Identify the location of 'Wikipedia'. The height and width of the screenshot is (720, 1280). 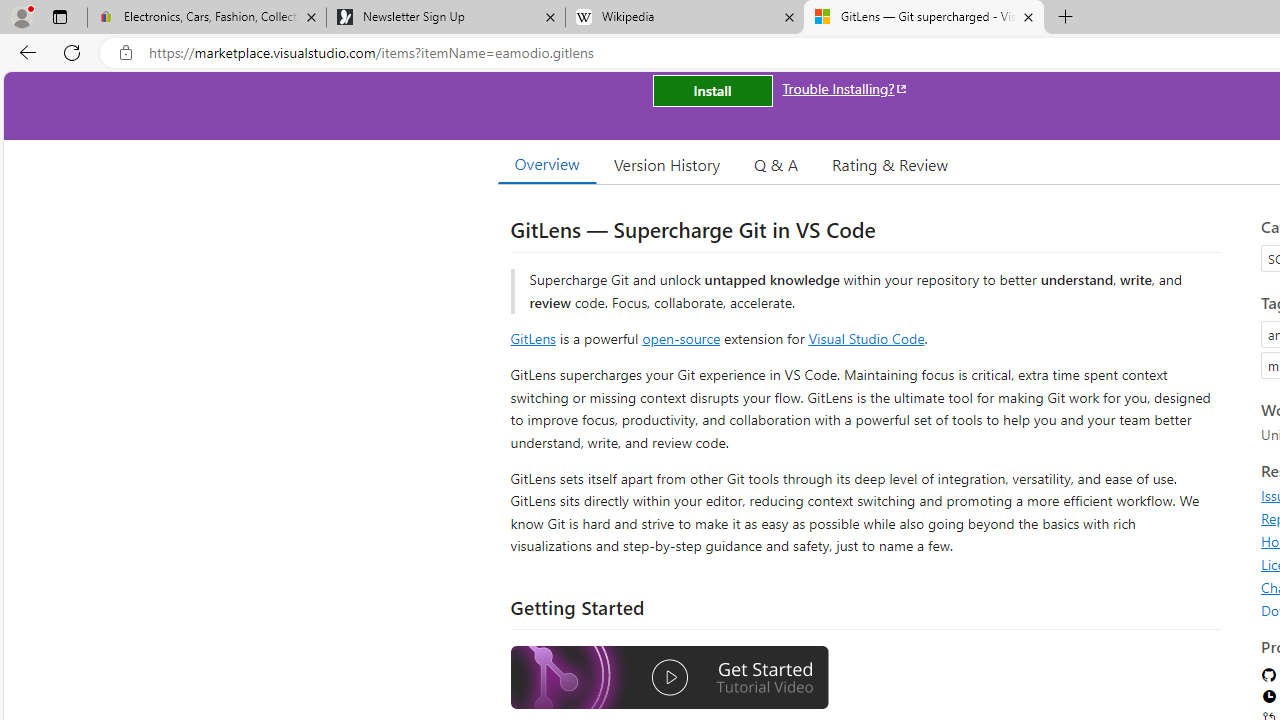
(684, 17).